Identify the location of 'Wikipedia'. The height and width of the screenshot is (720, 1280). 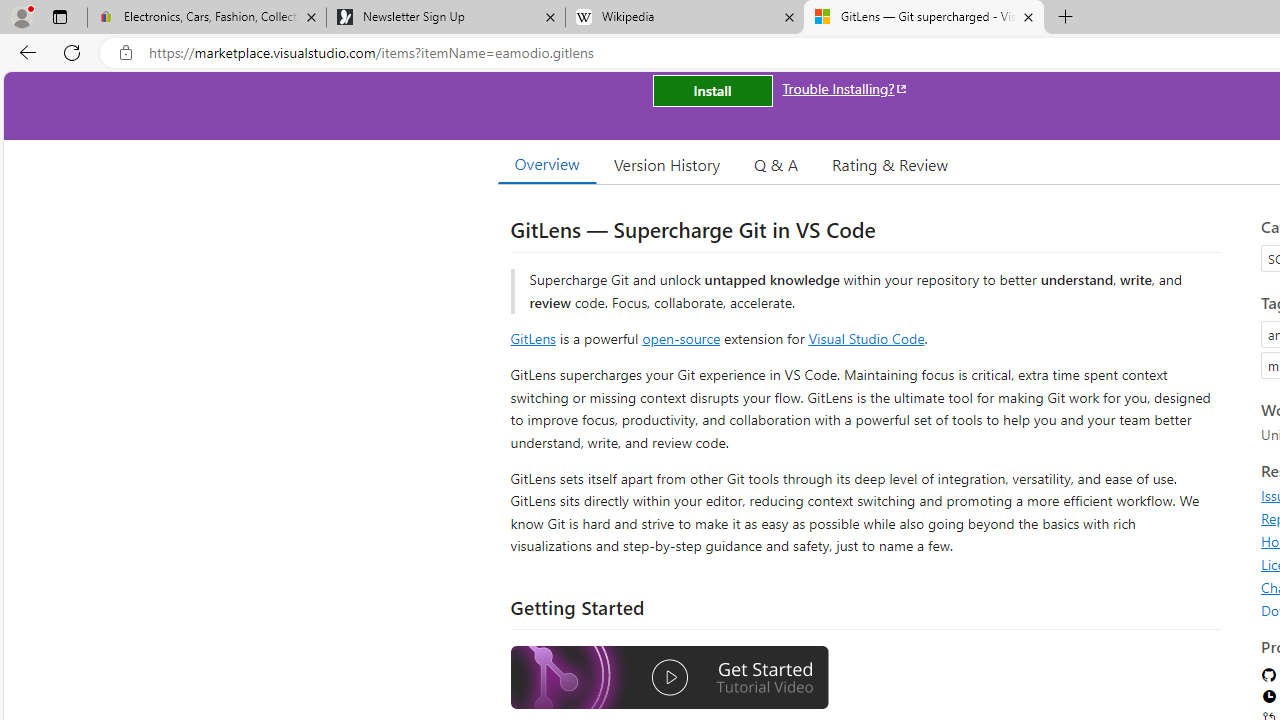
(684, 17).